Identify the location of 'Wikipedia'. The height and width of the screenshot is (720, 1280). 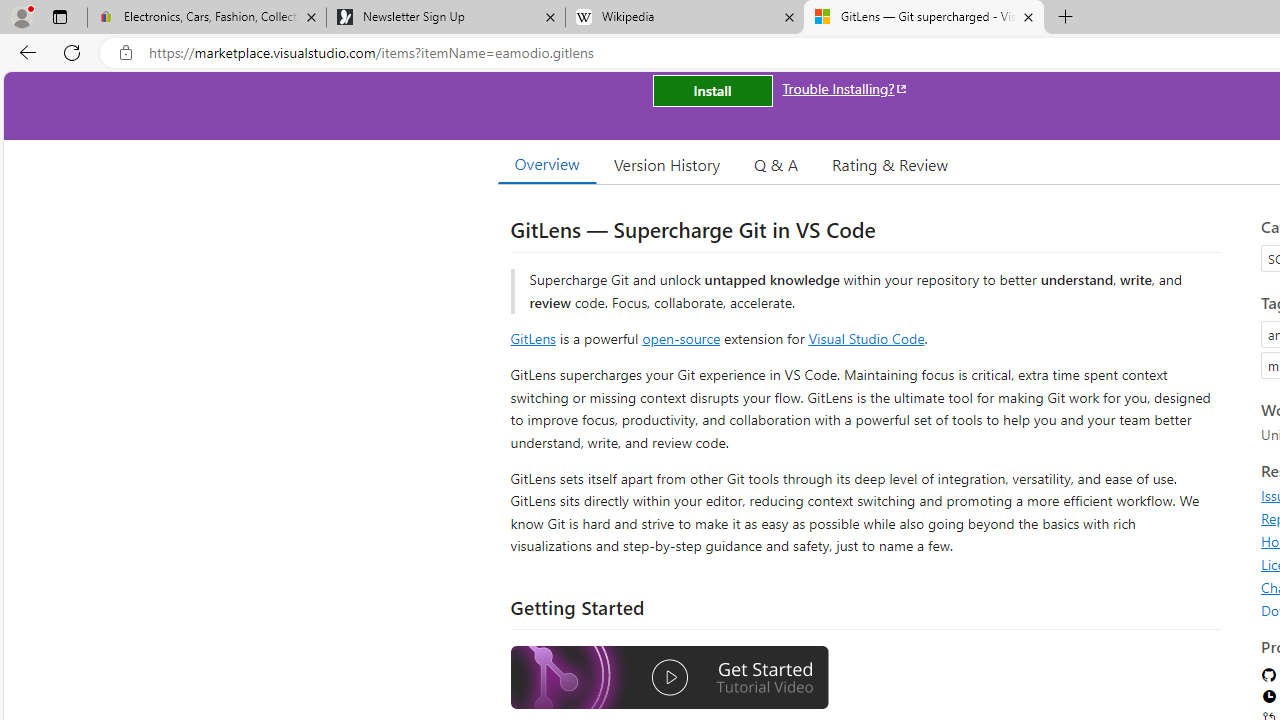
(684, 17).